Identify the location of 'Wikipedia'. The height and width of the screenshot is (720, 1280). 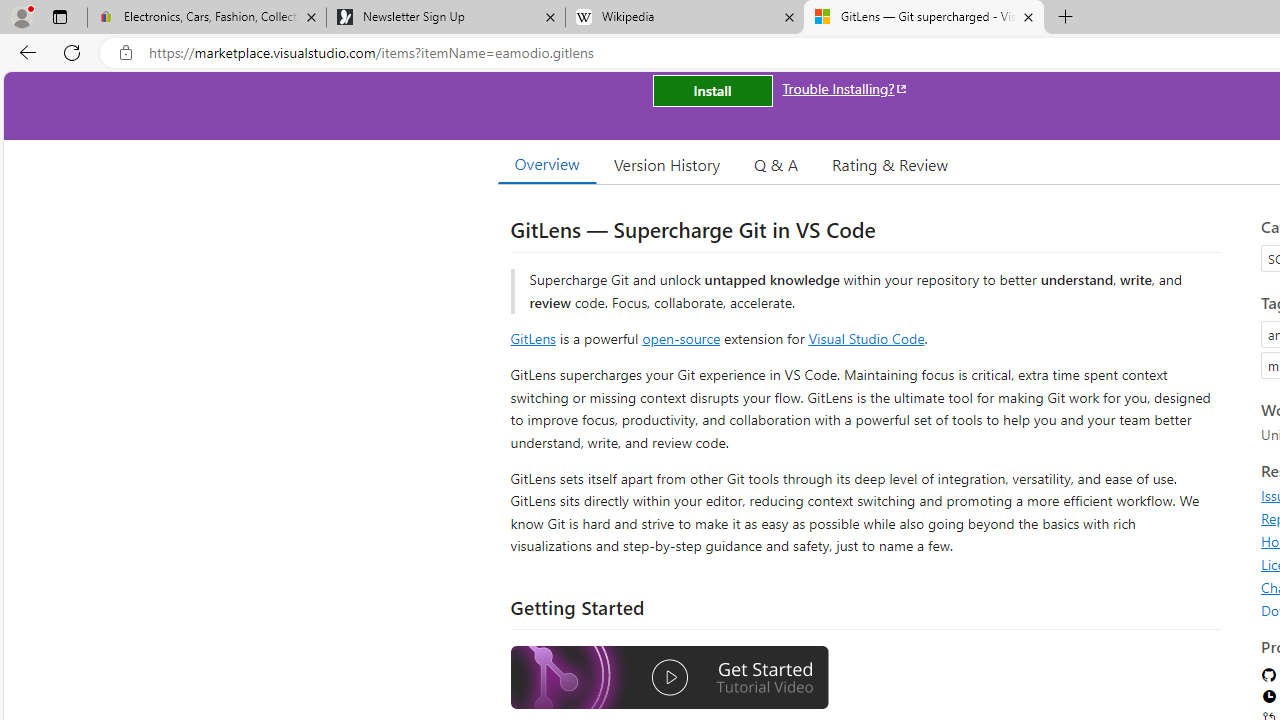
(684, 17).